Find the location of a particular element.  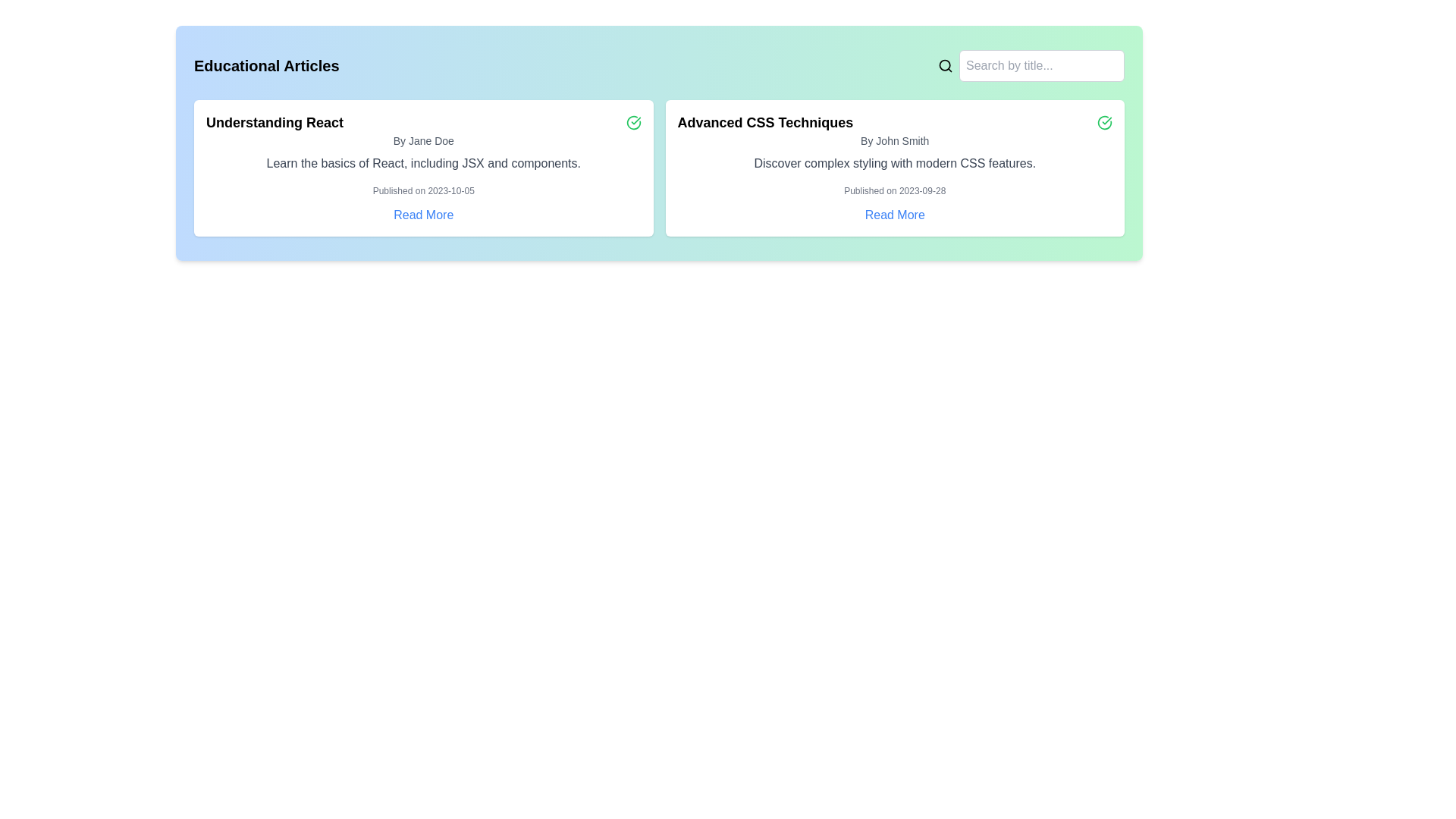

the static text element that indicates the publication date of the content associated with 'Understanding React', located above the 'Read More' link and below the description text is located at coordinates (423, 190).